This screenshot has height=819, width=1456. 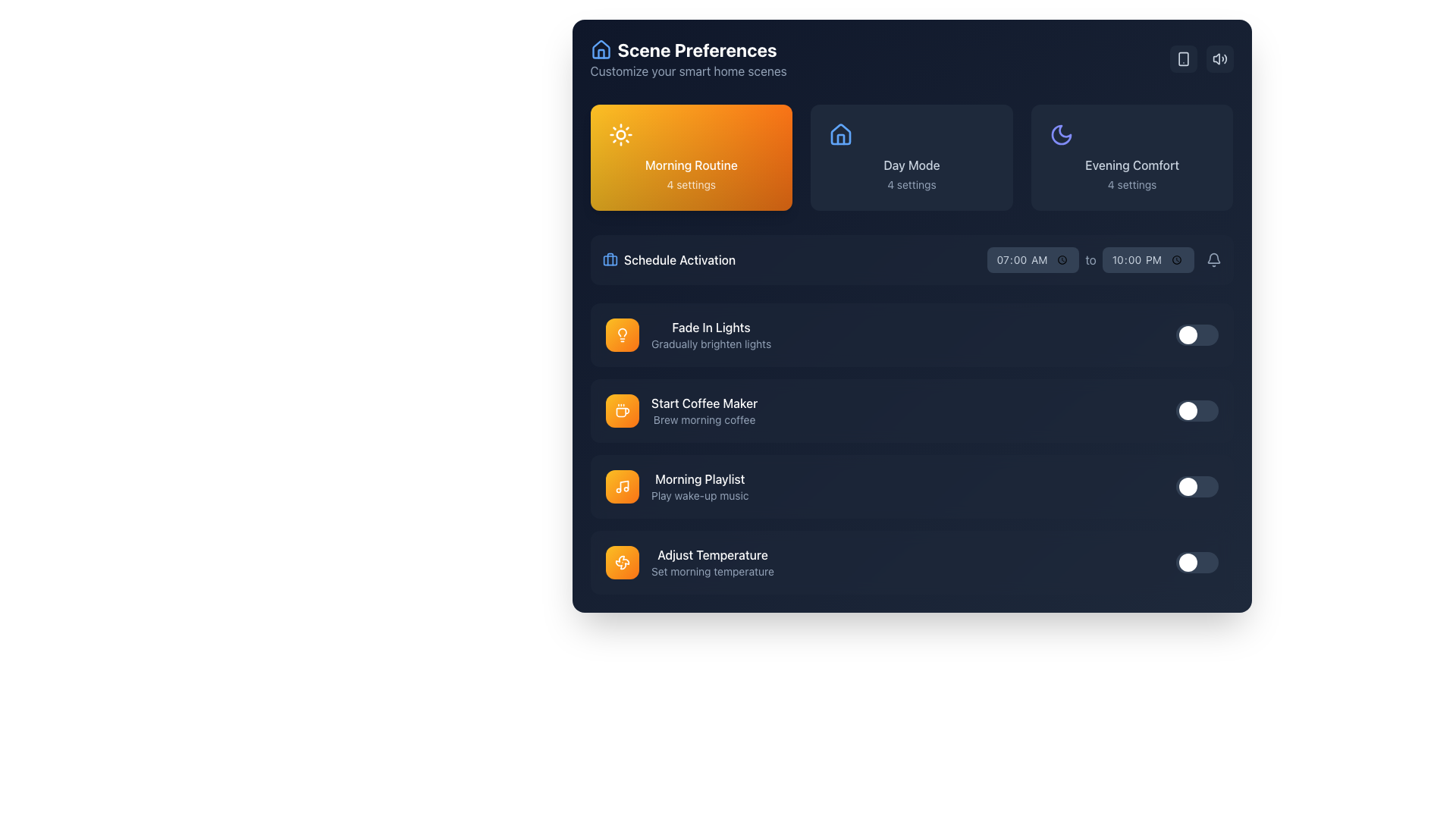 I want to click on the rectangular button with rounded corners, featuring a gradient background from amber to orange and a white music notes icon, so click(x=622, y=486).